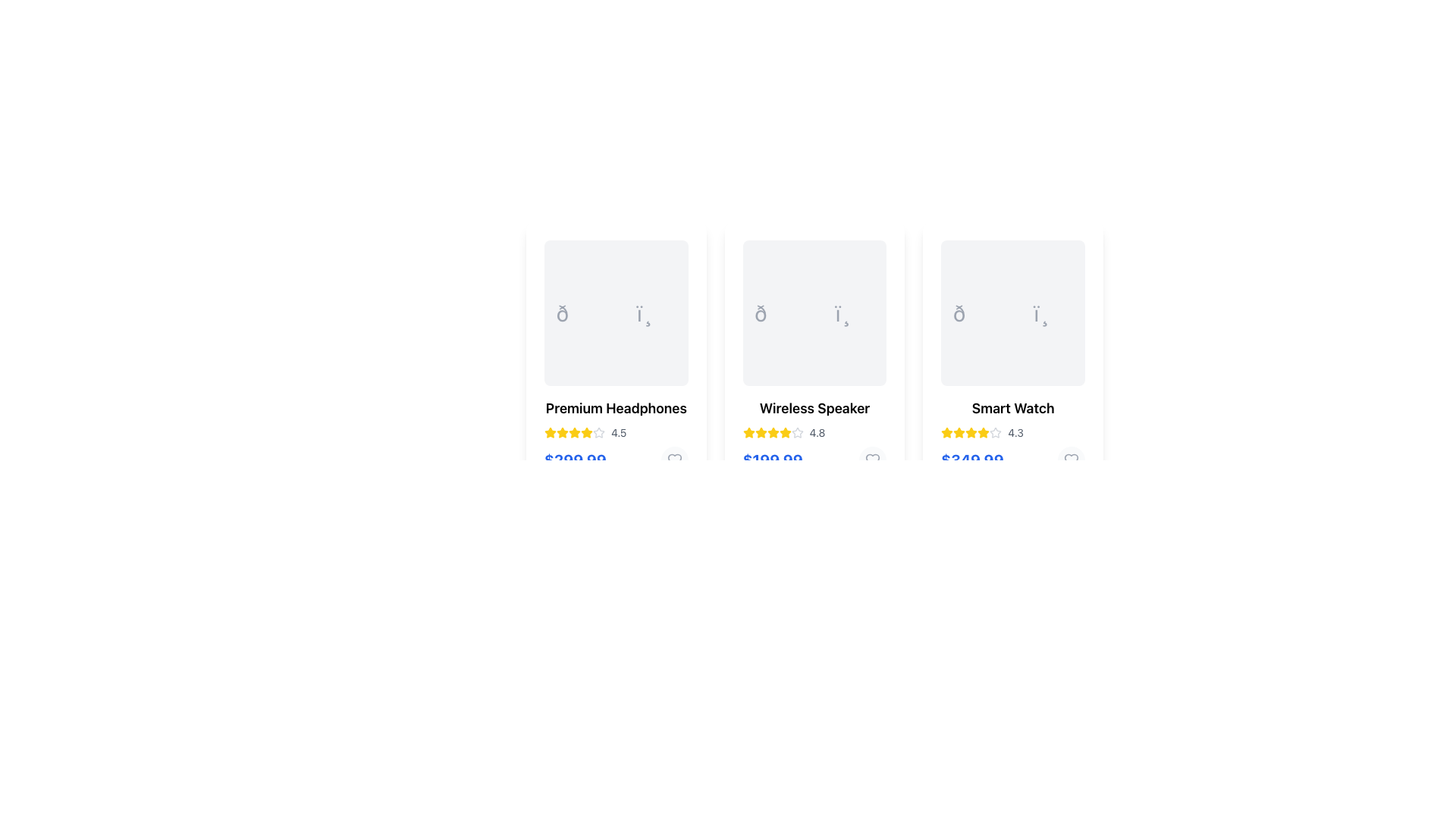 Image resolution: width=1456 pixels, height=819 pixels. I want to click on the bolded price text reading '$199.99' located at the bottom center of the second product card for the 'Wireless Speaker' in the horizontally arranged list, so click(773, 459).